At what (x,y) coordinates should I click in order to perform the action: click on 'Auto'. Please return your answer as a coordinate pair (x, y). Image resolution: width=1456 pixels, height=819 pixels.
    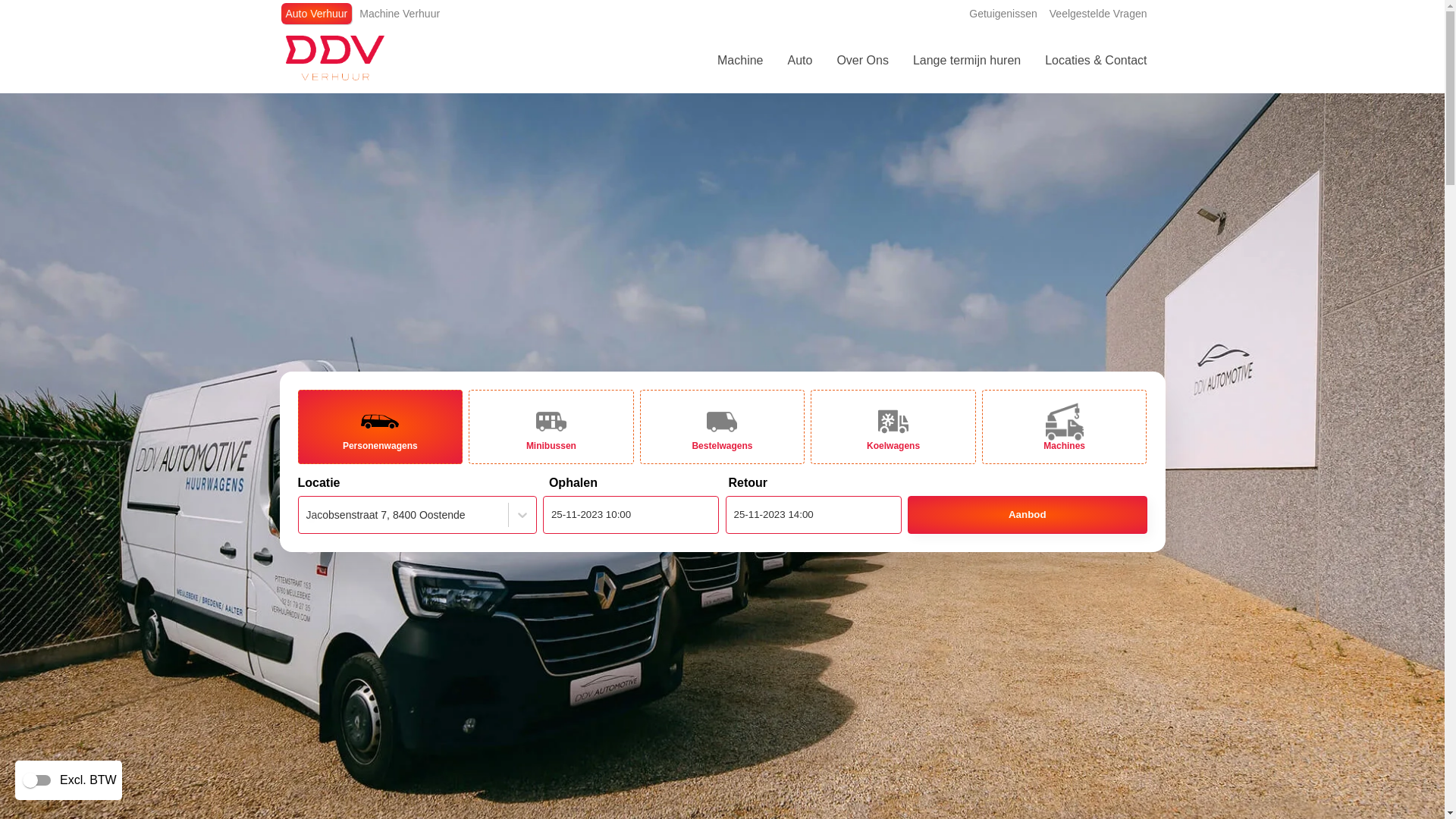
    Looking at the image, I should click on (775, 60).